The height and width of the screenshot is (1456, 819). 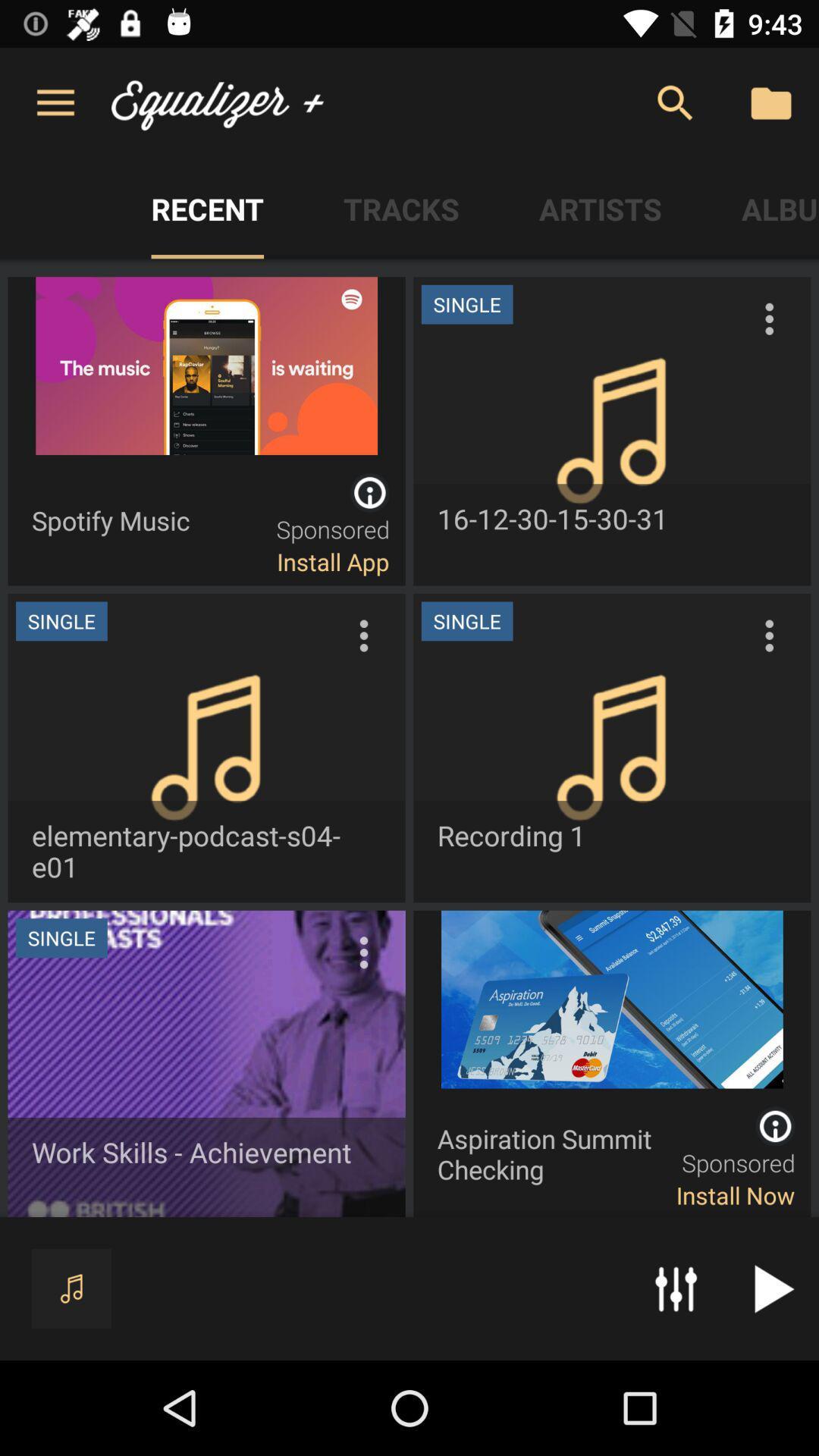 What do you see at coordinates (675, 1288) in the screenshot?
I see `the sliders icon` at bounding box center [675, 1288].